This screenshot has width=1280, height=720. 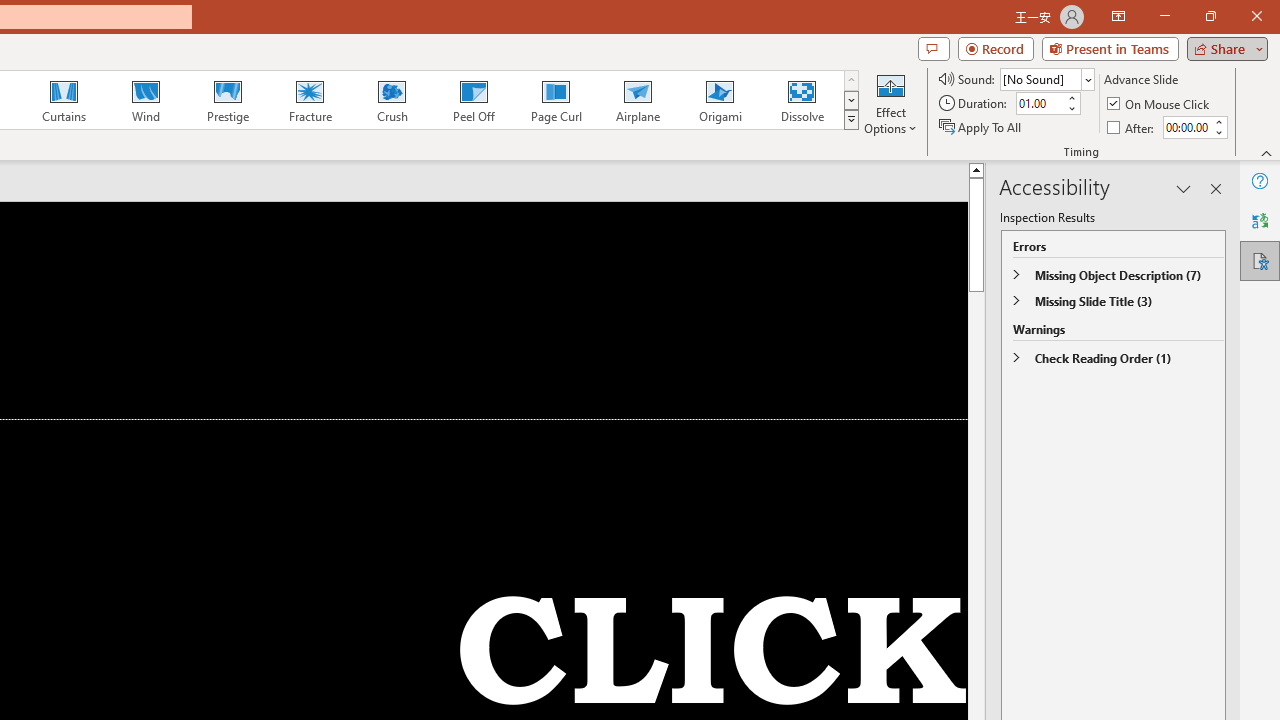 What do you see at coordinates (851, 120) in the screenshot?
I see `'Transition Effects'` at bounding box center [851, 120].